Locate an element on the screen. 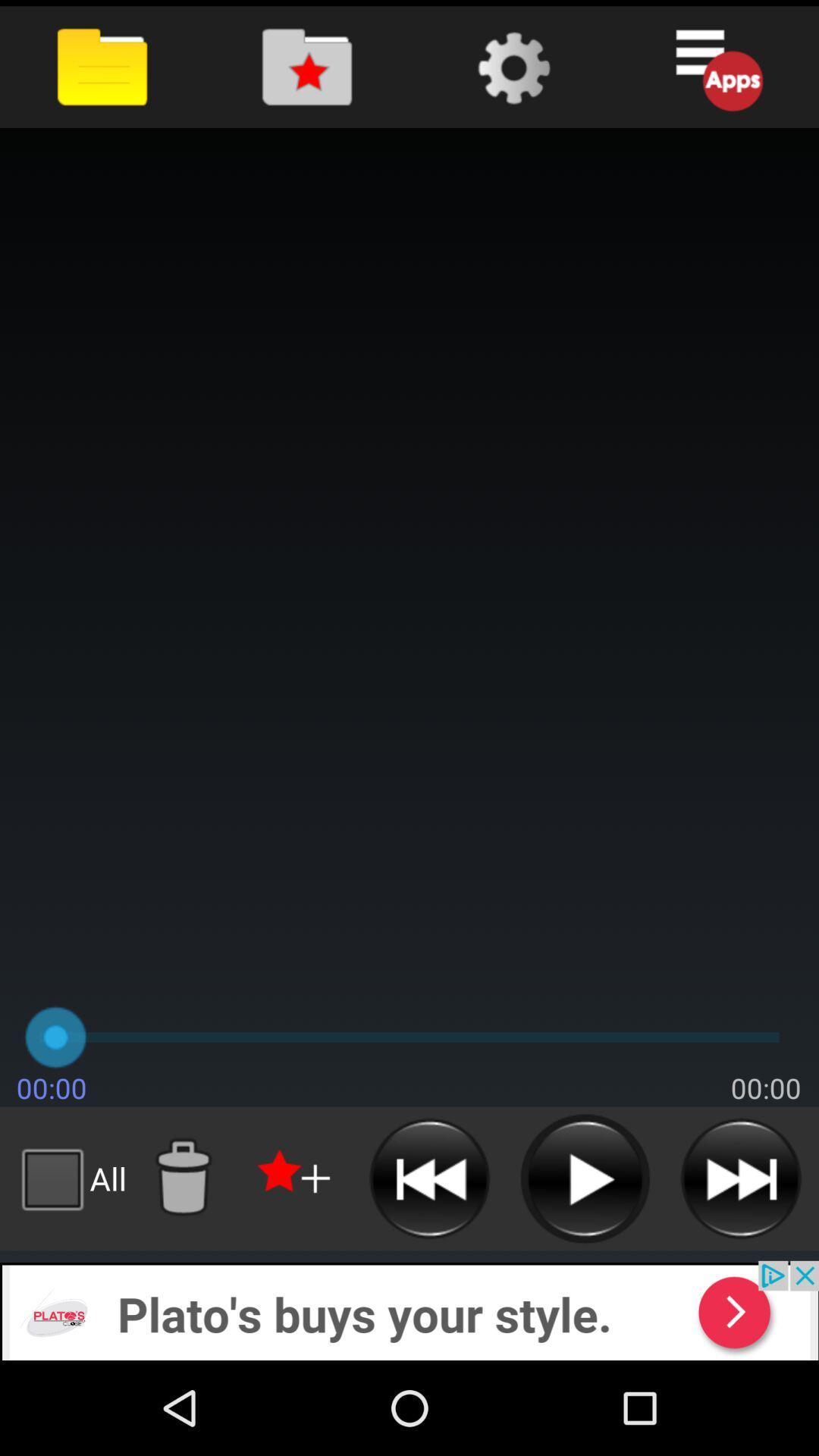 The height and width of the screenshot is (1456, 819). put in trash is located at coordinates (182, 1178).